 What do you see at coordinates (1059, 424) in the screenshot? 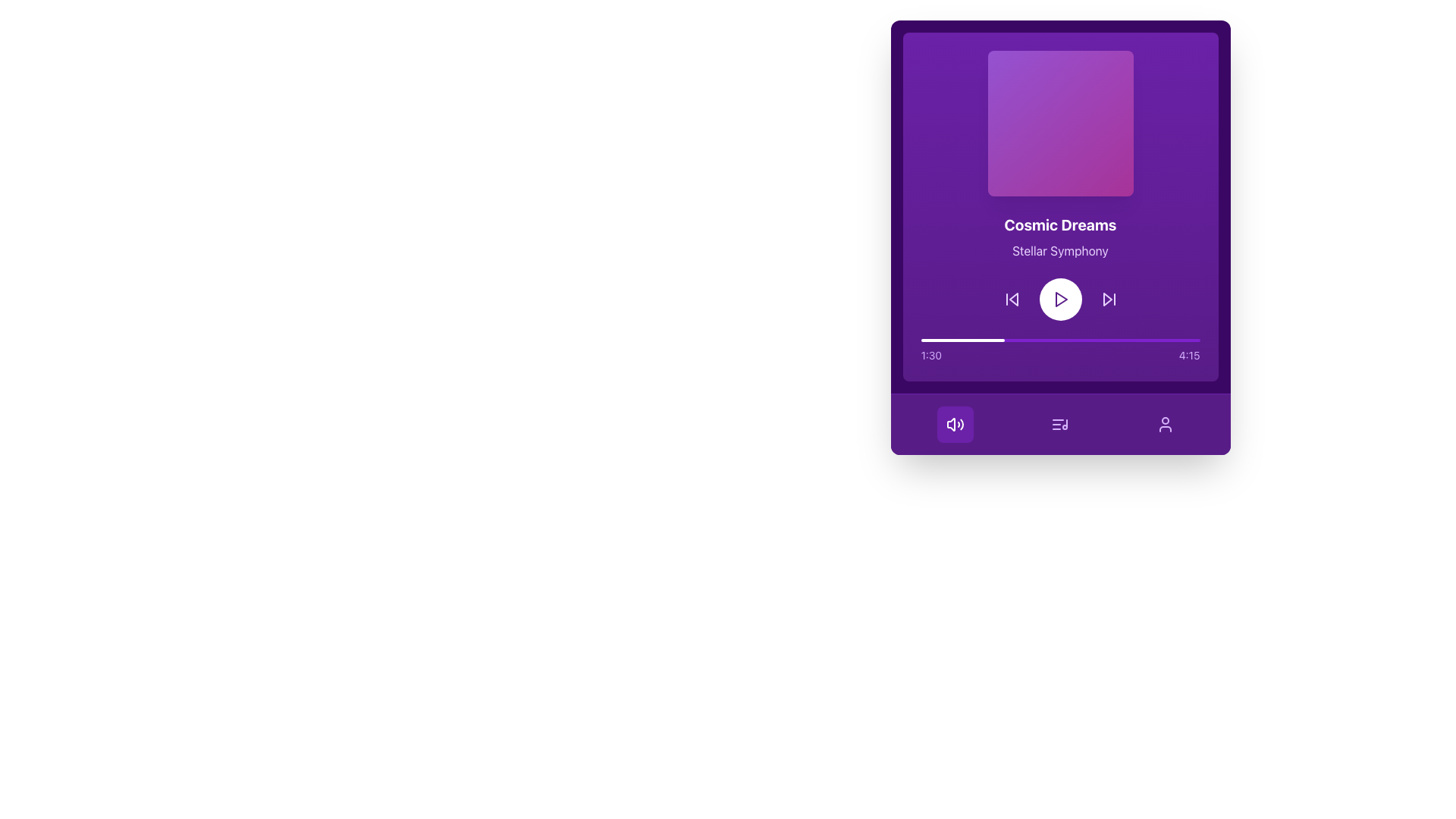
I see `the purple music playlist icon located in the center section of the bottom menu bar` at bounding box center [1059, 424].